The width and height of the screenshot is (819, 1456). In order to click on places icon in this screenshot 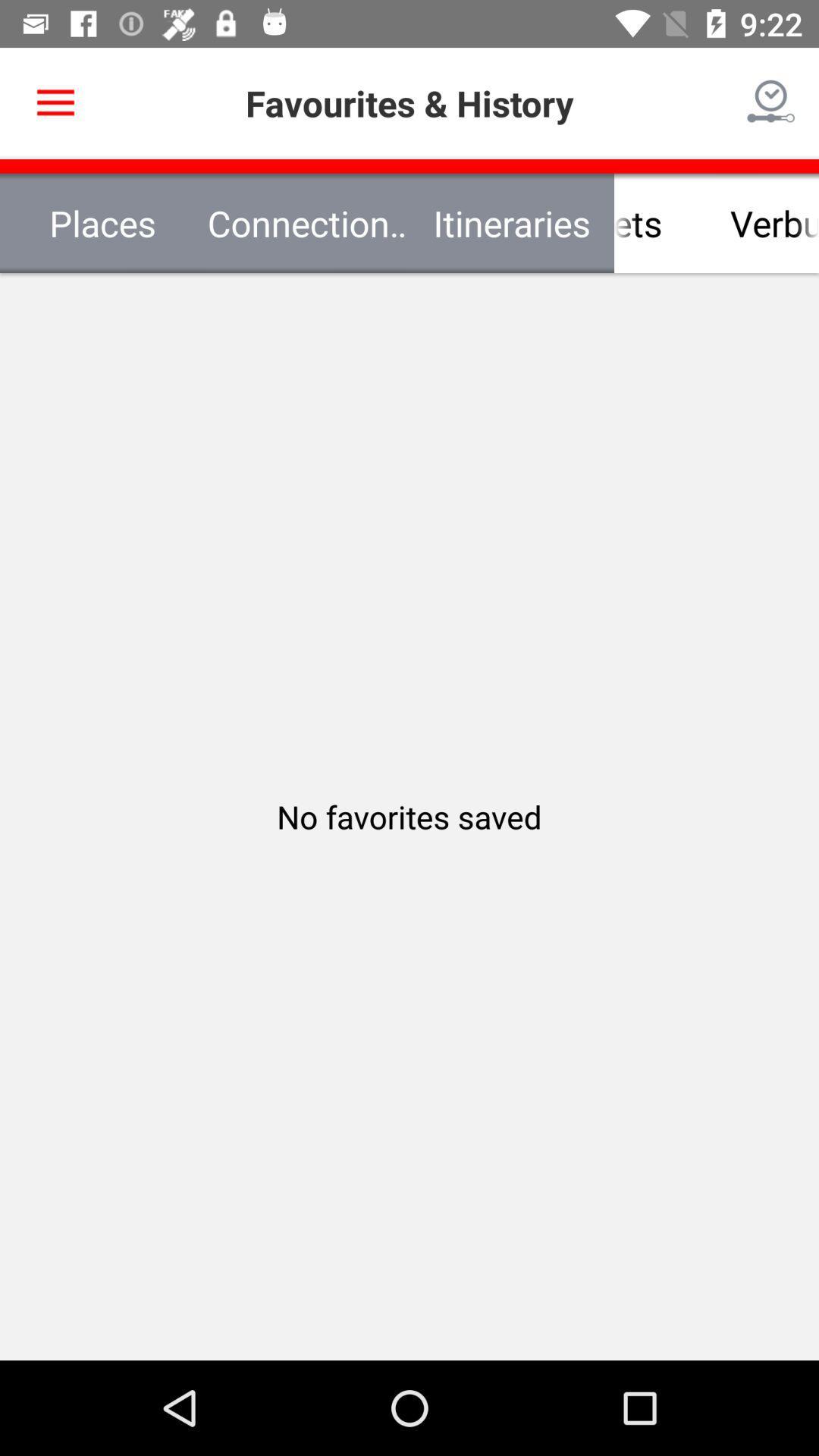, I will do `click(102, 222)`.